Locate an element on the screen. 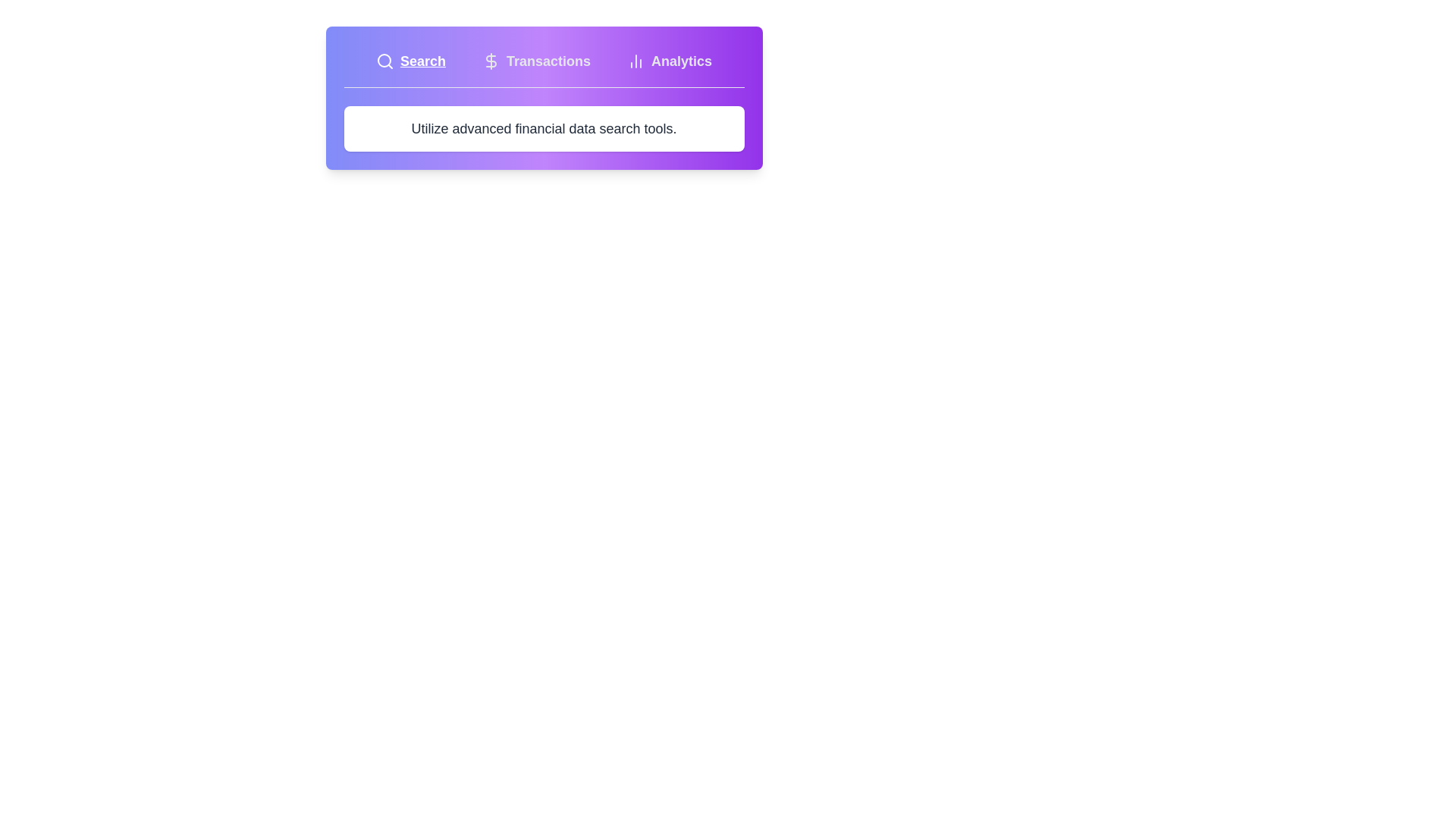 The width and height of the screenshot is (1456, 819). the tab labeled Search is located at coordinates (411, 61).